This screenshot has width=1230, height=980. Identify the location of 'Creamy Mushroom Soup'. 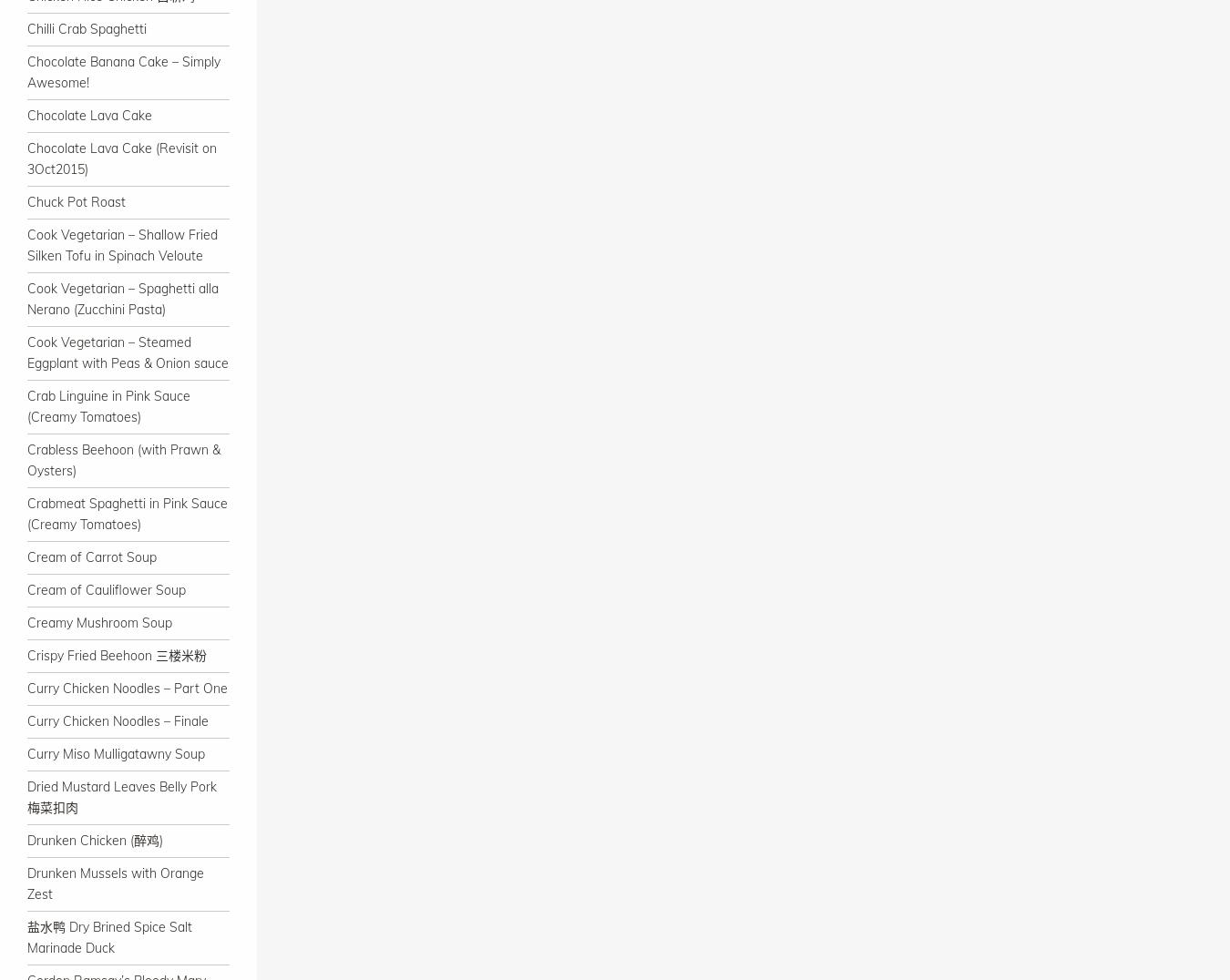
(26, 623).